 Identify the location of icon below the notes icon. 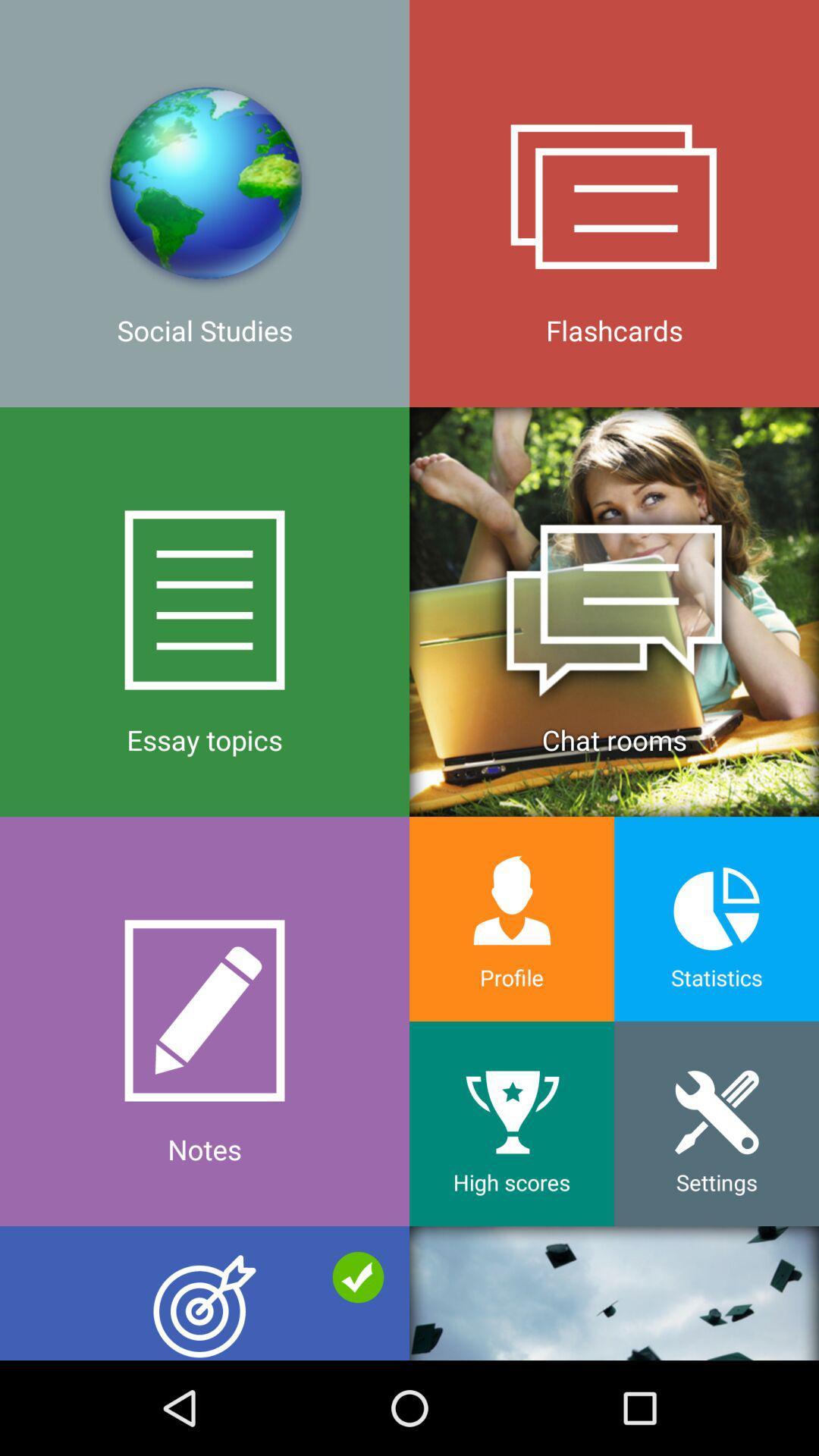
(205, 1292).